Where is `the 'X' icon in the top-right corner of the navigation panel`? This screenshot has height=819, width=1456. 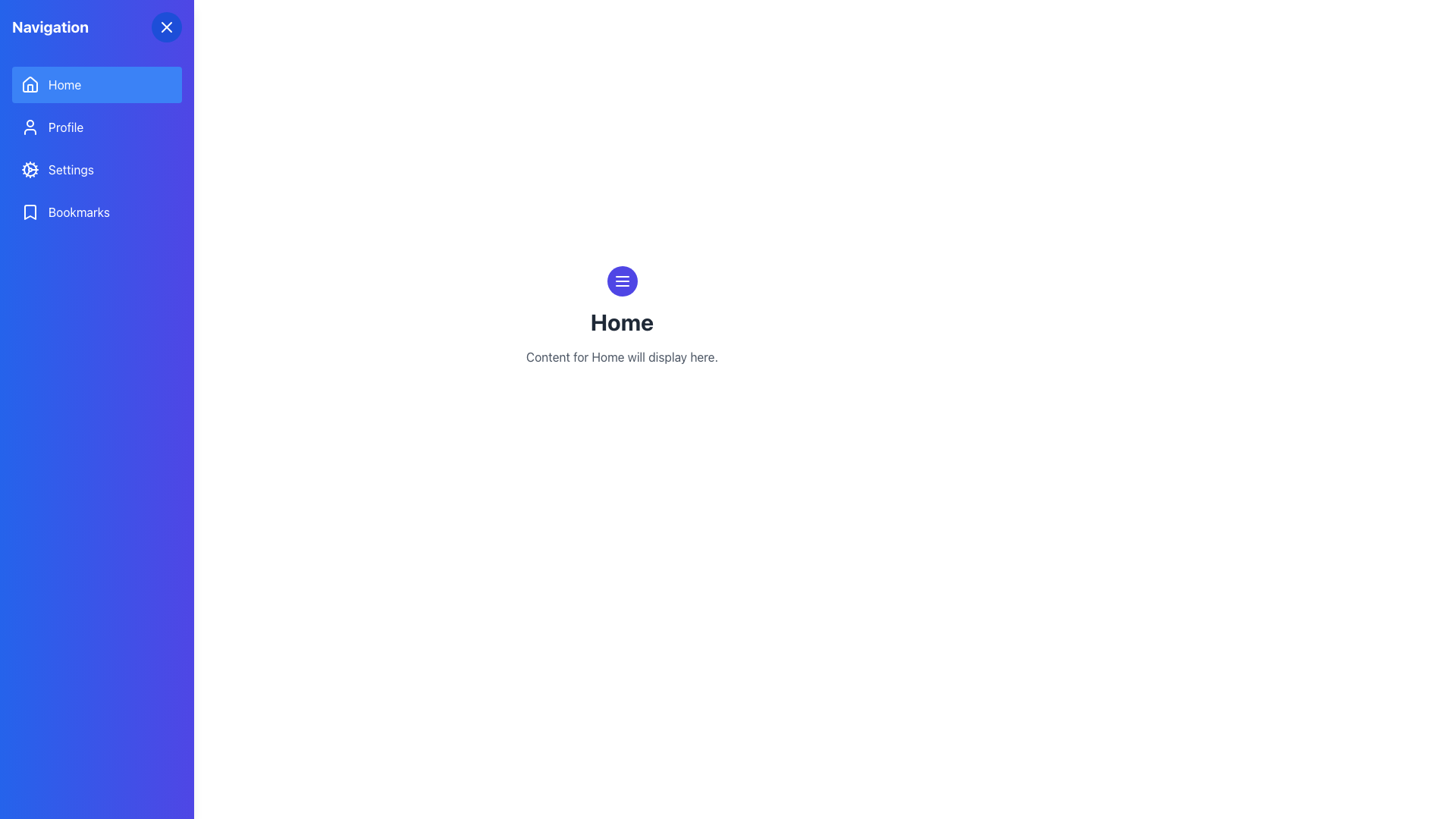 the 'X' icon in the top-right corner of the navigation panel is located at coordinates (167, 27).